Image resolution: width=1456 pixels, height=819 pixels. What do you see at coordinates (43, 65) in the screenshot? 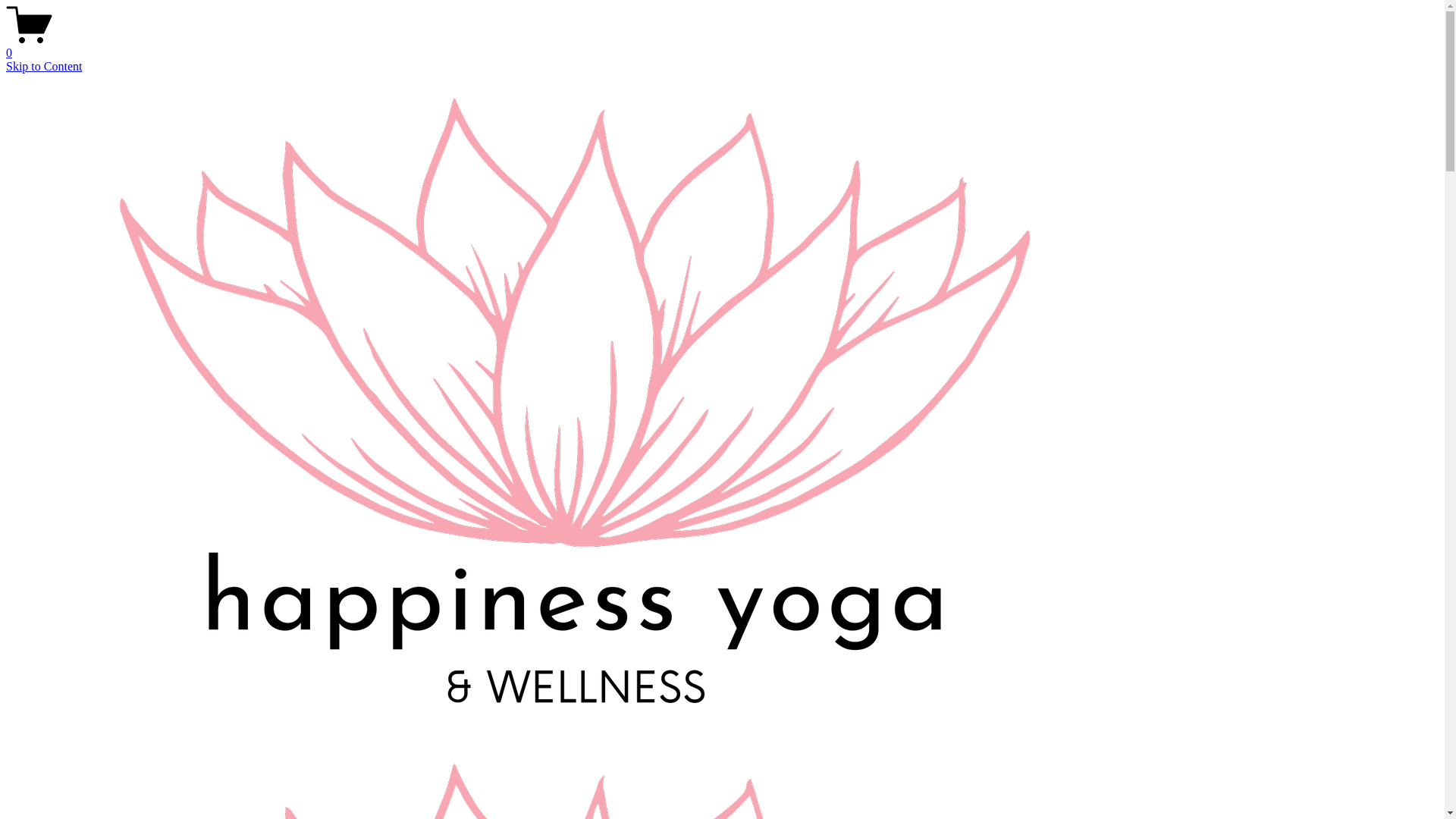
I see `'Skip to Content'` at bounding box center [43, 65].